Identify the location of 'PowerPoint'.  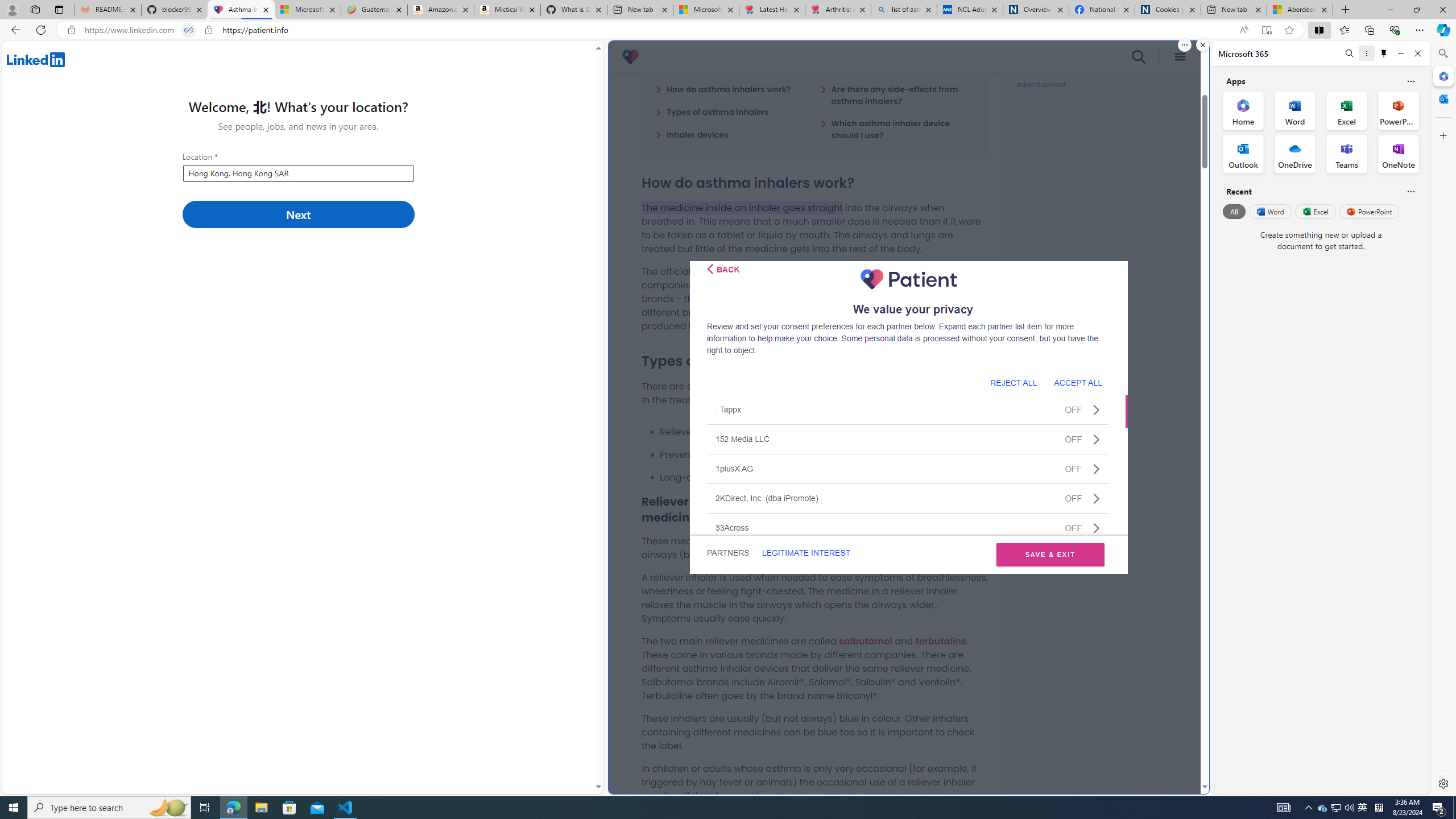
(1368, 211).